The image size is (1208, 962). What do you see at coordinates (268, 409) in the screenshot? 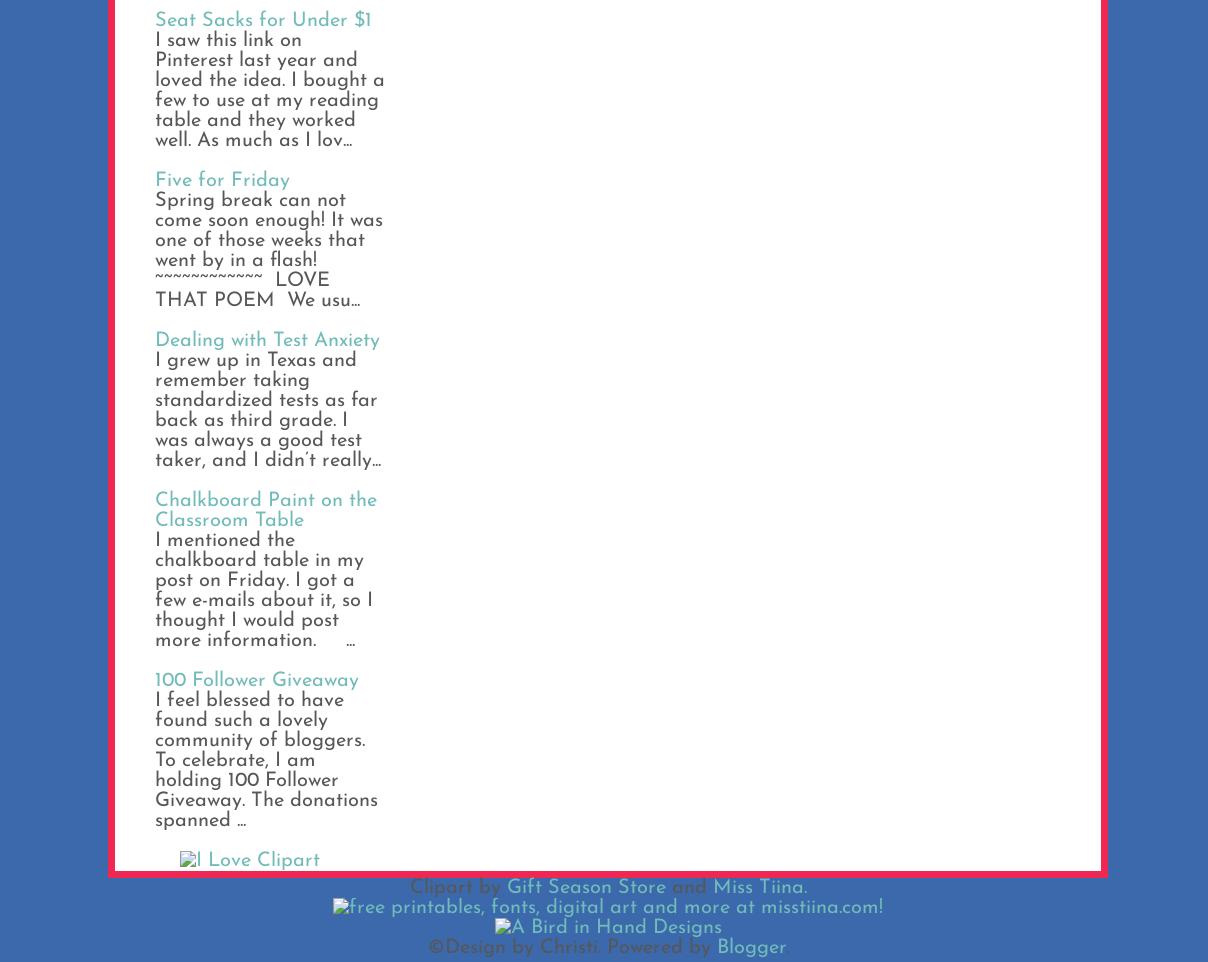
I see `'I grew up in Texas and remember taking standardized tests as far back as third grade. I was always a good test taker, and I didn’t really...'` at bounding box center [268, 409].